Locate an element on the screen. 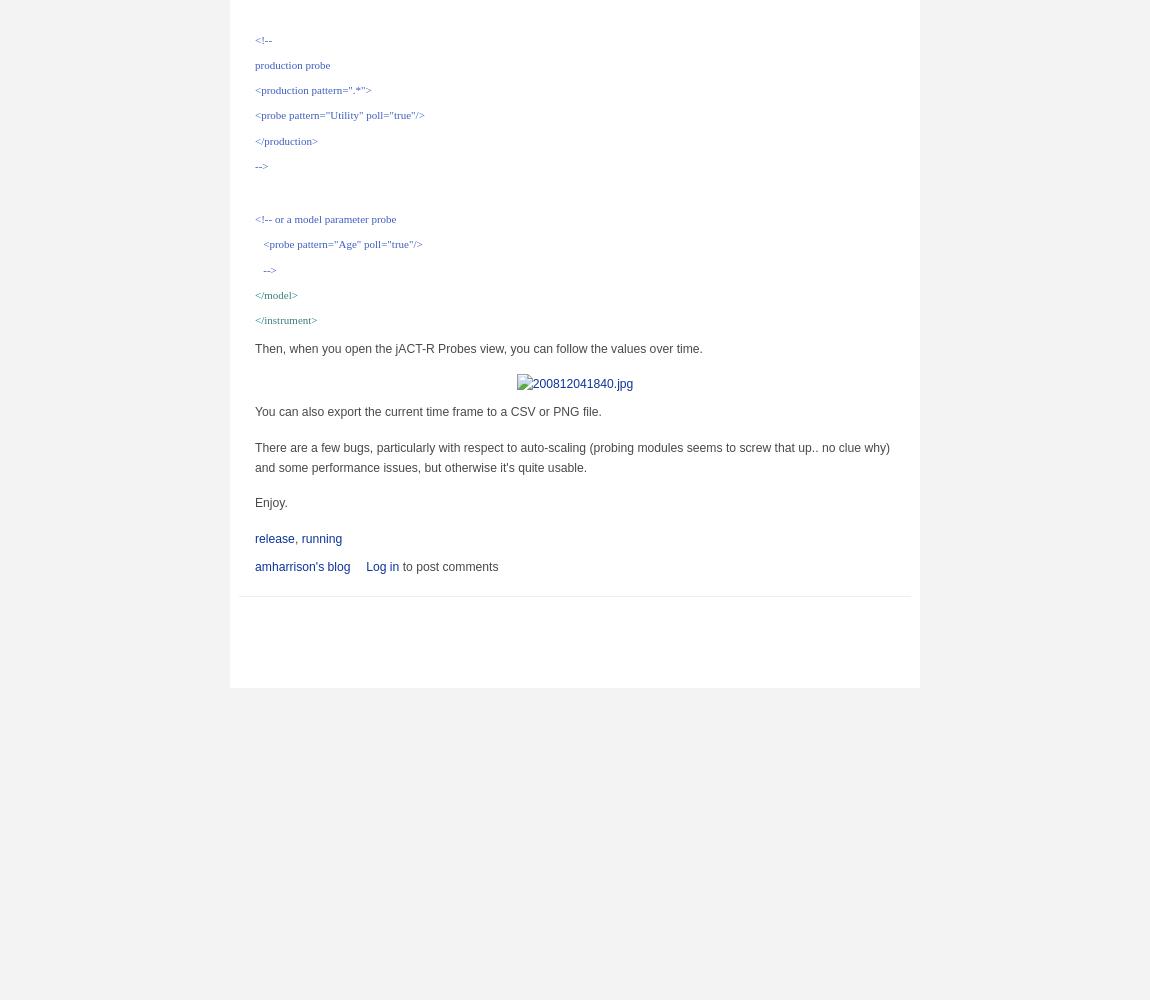 The height and width of the screenshot is (1000, 1150). '<!--' is located at coordinates (262, 39).